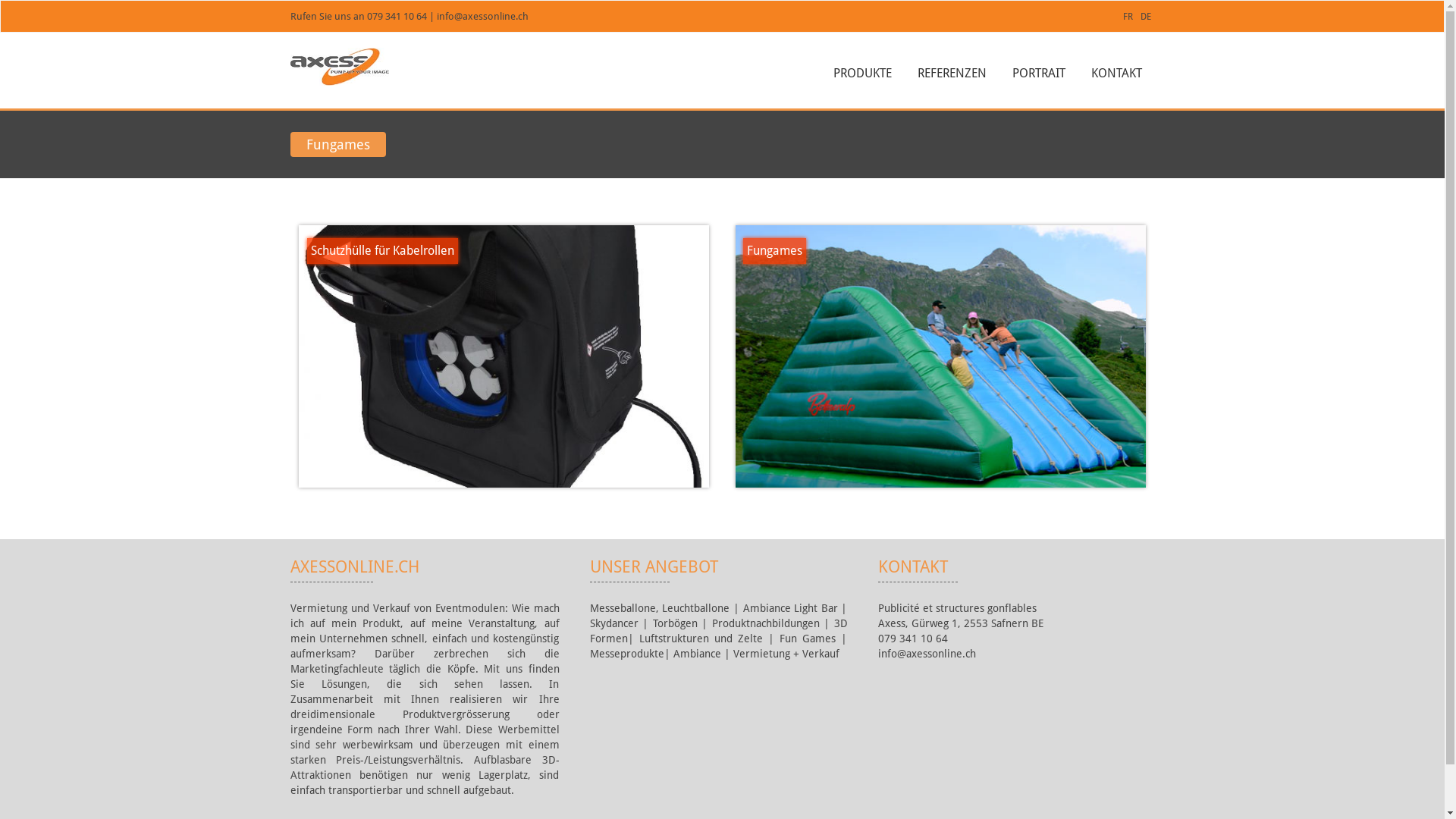  I want to click on 'KONTAKT', so click(1116, 73).